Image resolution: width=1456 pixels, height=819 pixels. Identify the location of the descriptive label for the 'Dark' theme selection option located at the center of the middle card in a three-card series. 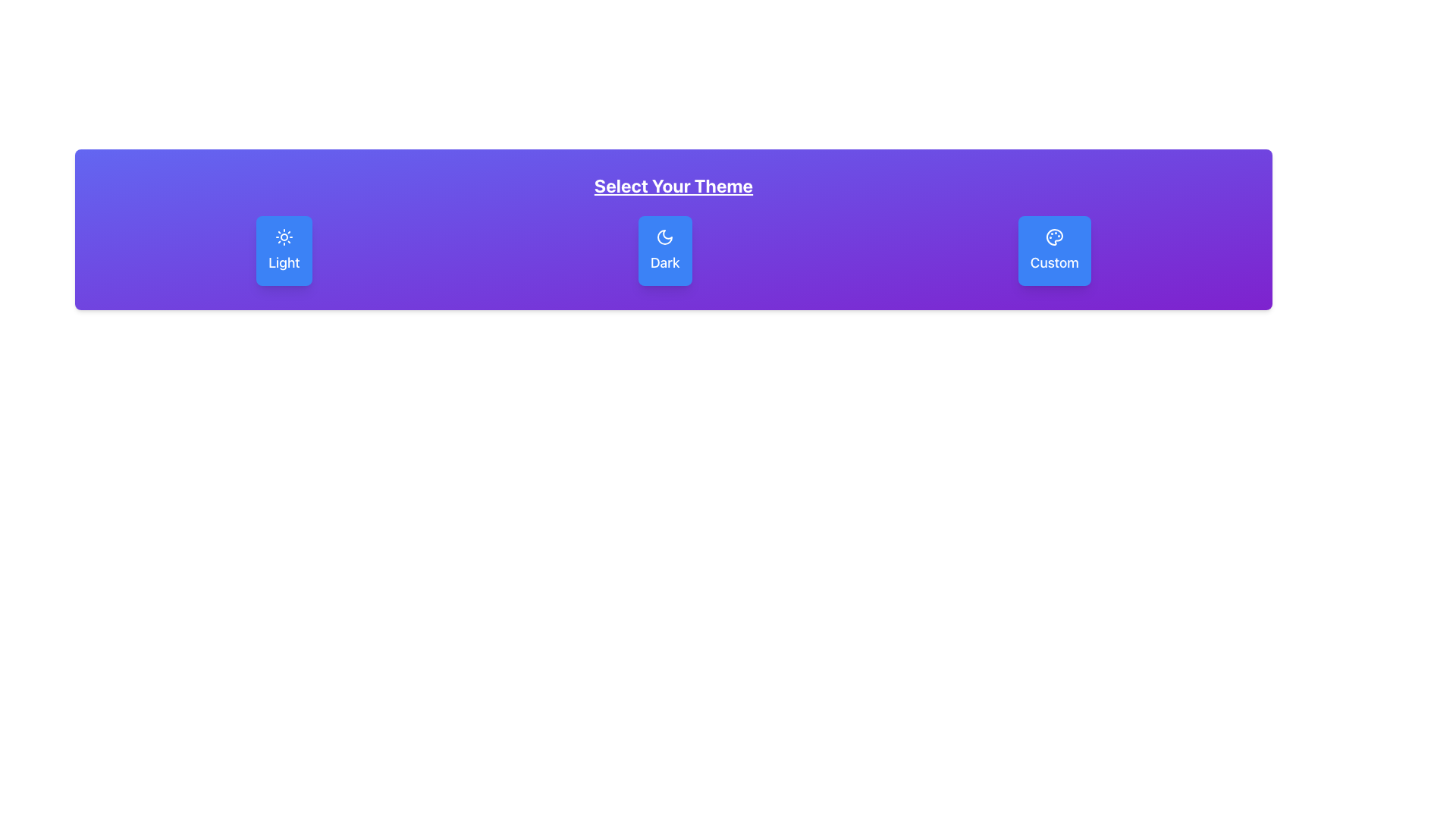
(665, 262).